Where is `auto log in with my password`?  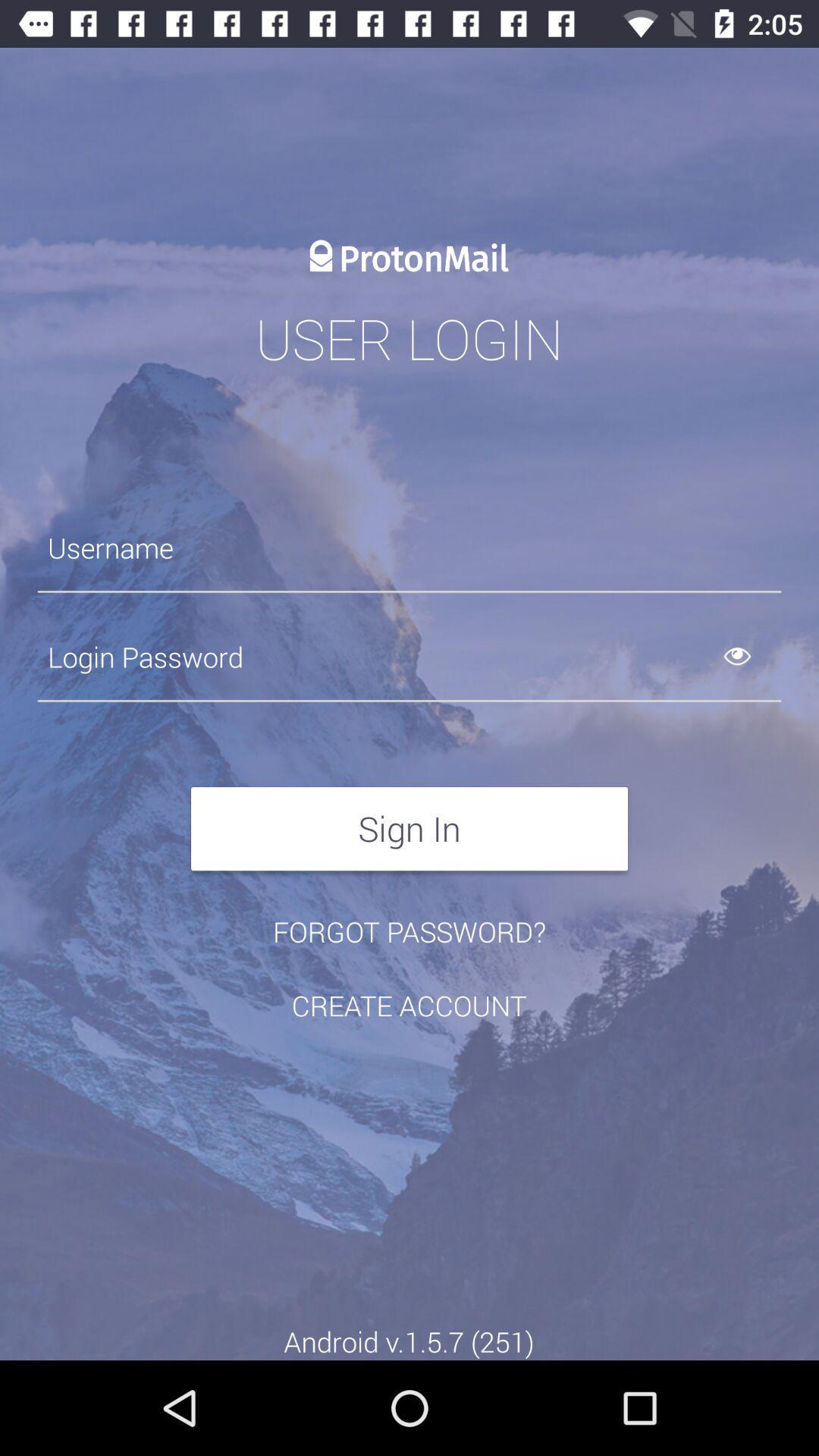 auto log in with my password is located at coordinates (409, 657).